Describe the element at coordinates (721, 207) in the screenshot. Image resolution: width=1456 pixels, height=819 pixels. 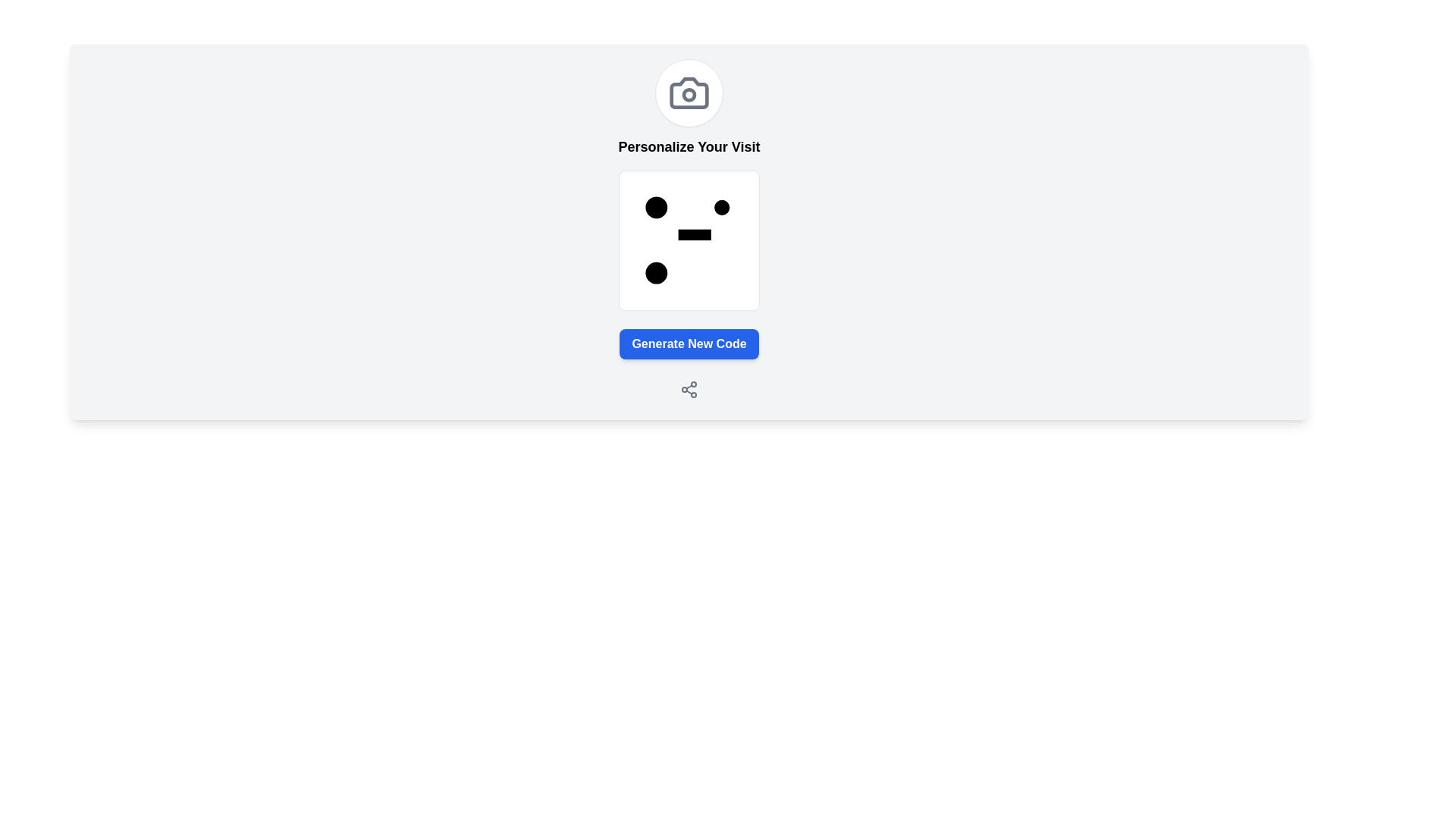
I see `the decorative circle element located in the top-right corner of a white square graphic` at that location.